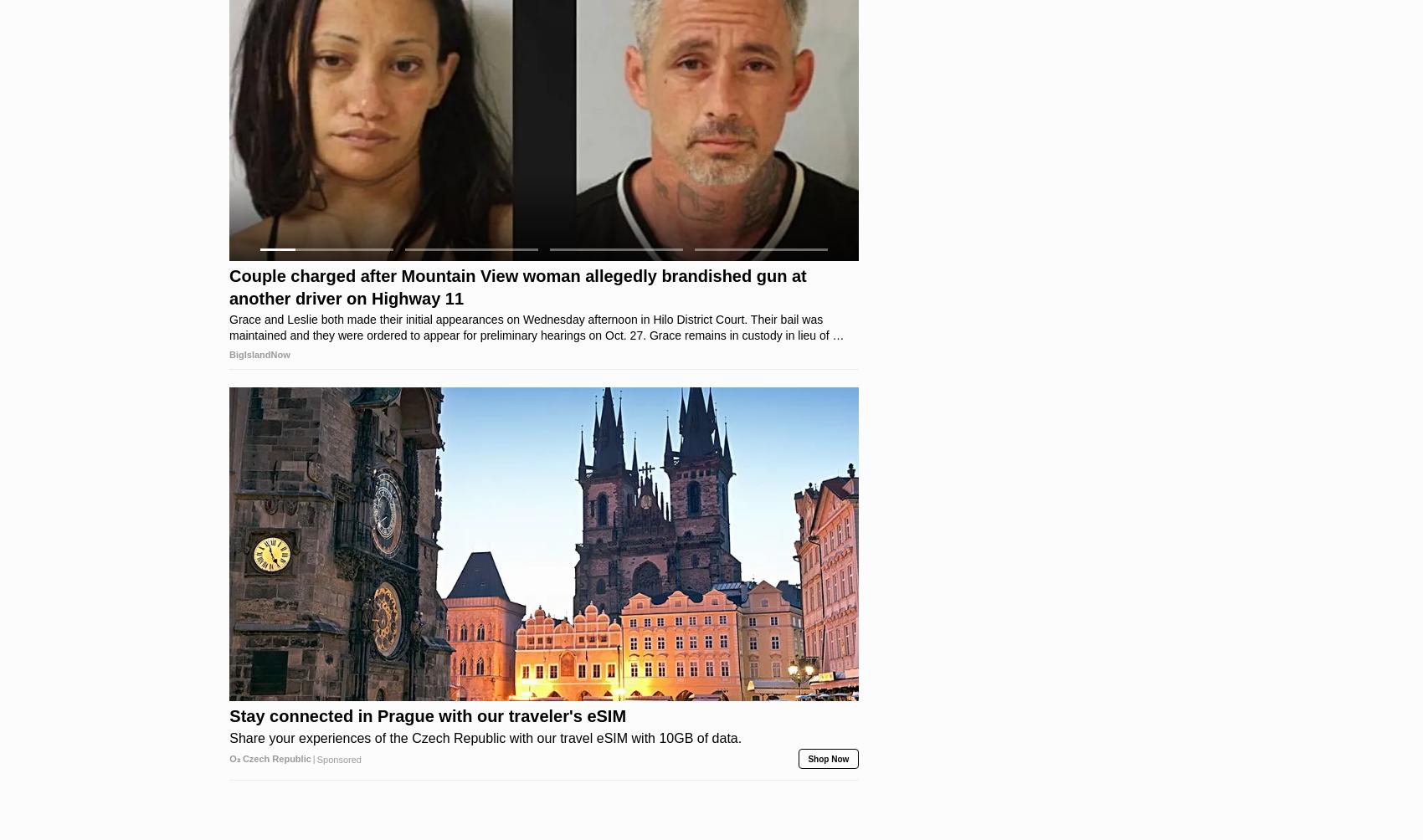  Describe the element at coordinates (317, 304) in the screenshot. I see `'Sponsored'` at that location.